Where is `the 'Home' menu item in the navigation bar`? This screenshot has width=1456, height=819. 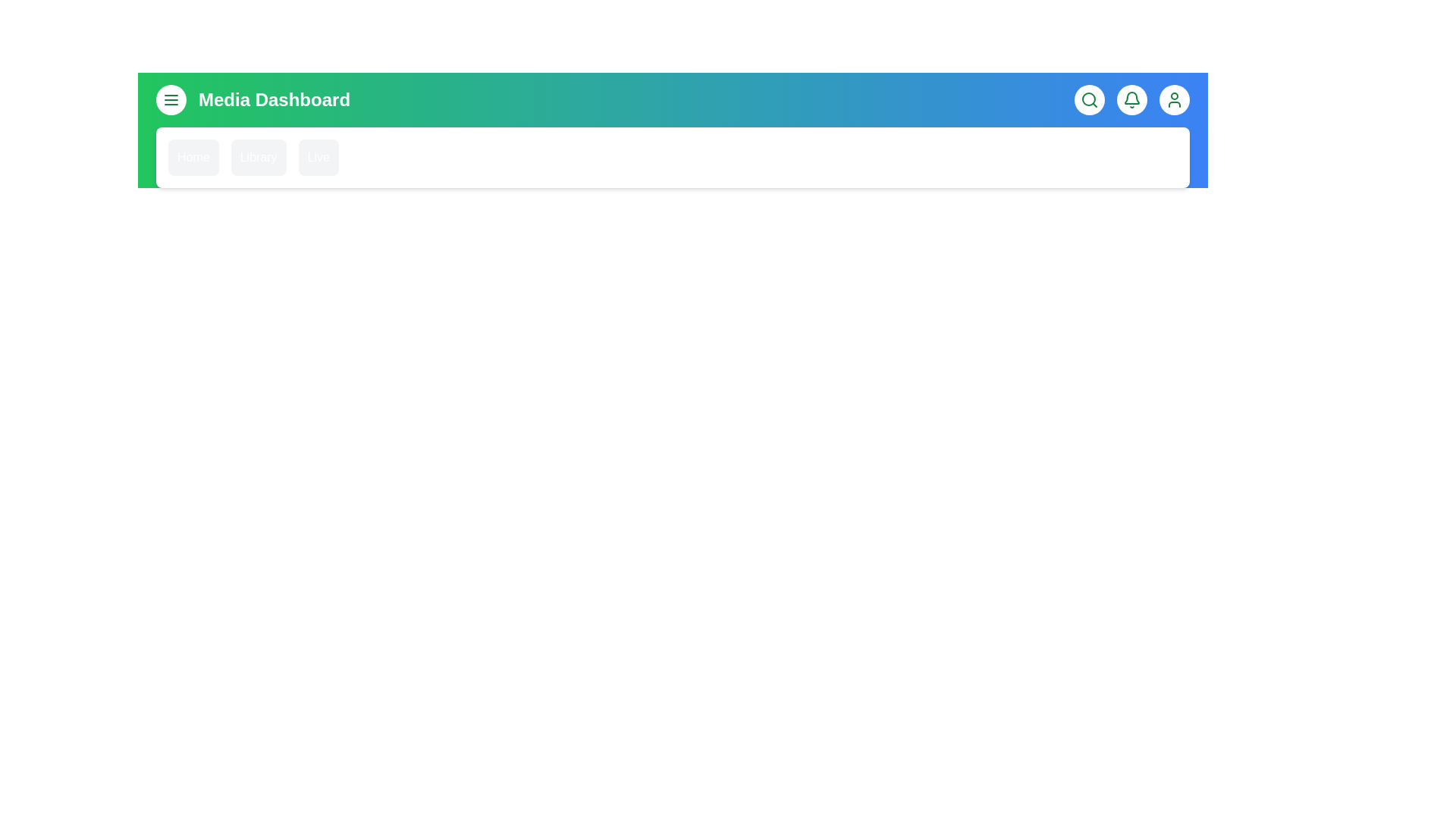 the 'Home' menu item in the navigation bar is located at coordinates (192, 158).